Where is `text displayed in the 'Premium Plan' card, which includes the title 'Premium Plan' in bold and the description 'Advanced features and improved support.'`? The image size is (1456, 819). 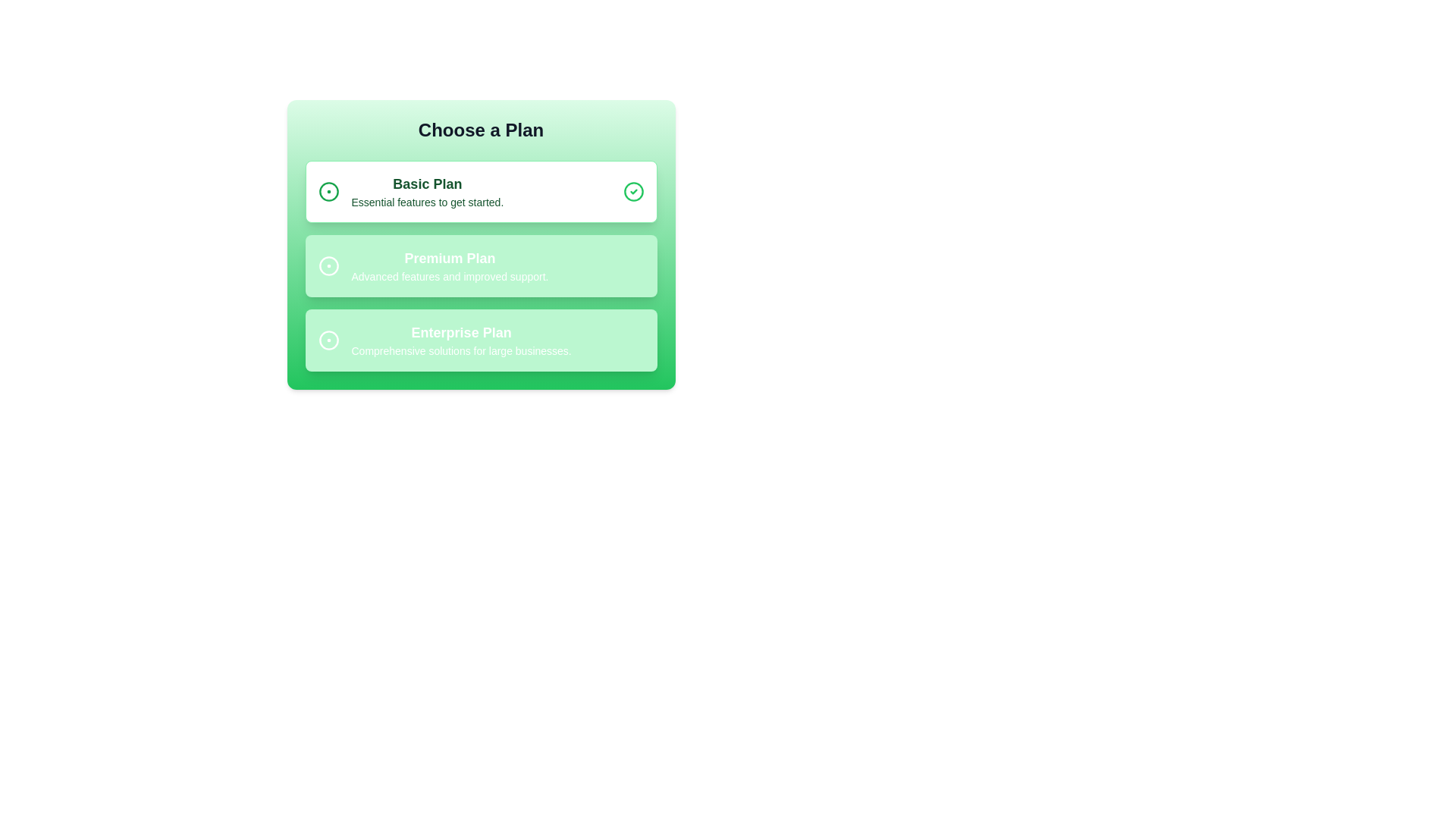
text displayed in the 'Premium Plan' card, which includes the title 'Premium Plan' in bold and the description 'Advanced features and improved support.' is located at coordinates (449, 265).